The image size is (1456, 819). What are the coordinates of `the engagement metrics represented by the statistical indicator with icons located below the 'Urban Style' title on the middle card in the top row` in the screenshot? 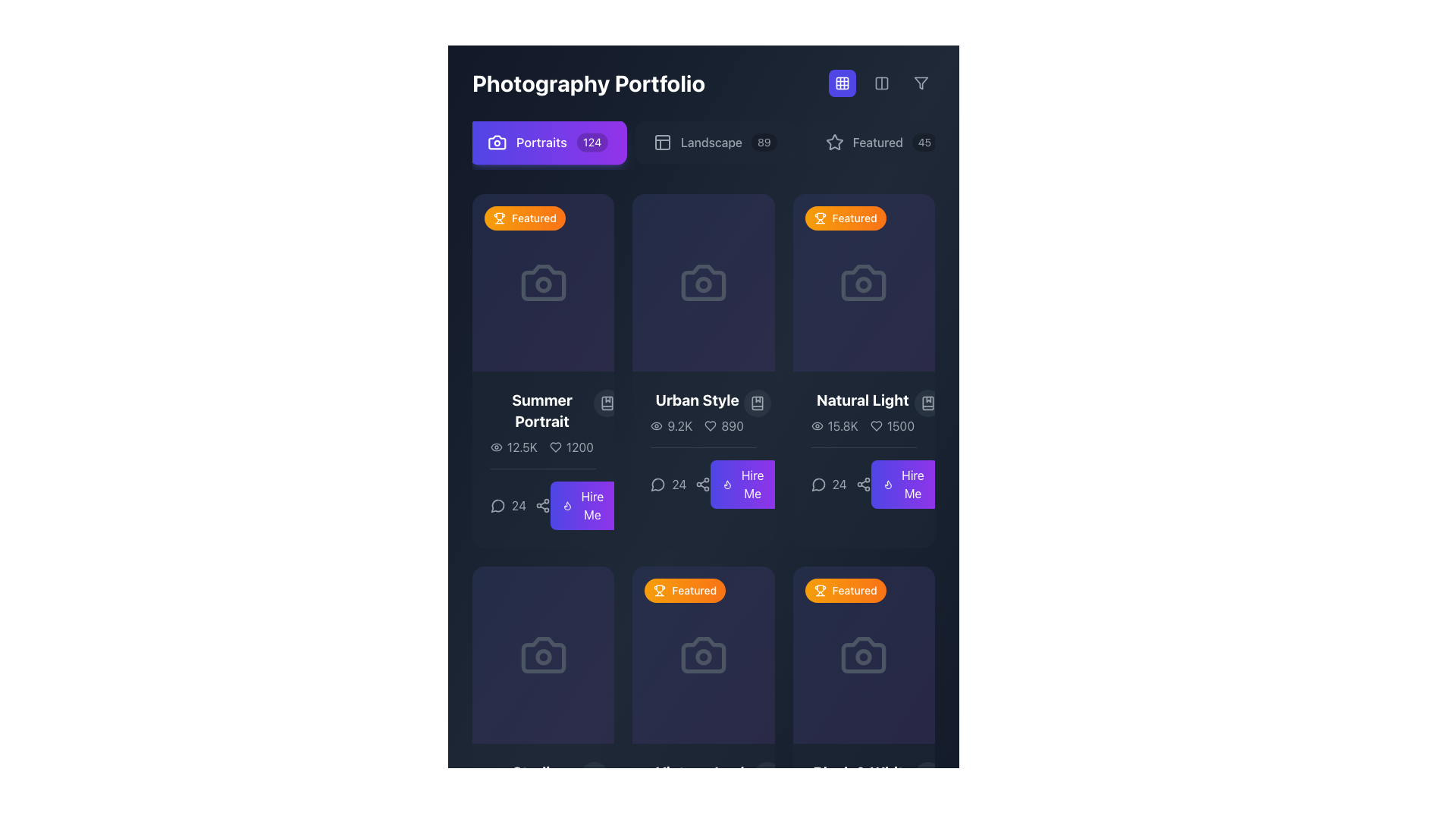 It's located at (696, 426).